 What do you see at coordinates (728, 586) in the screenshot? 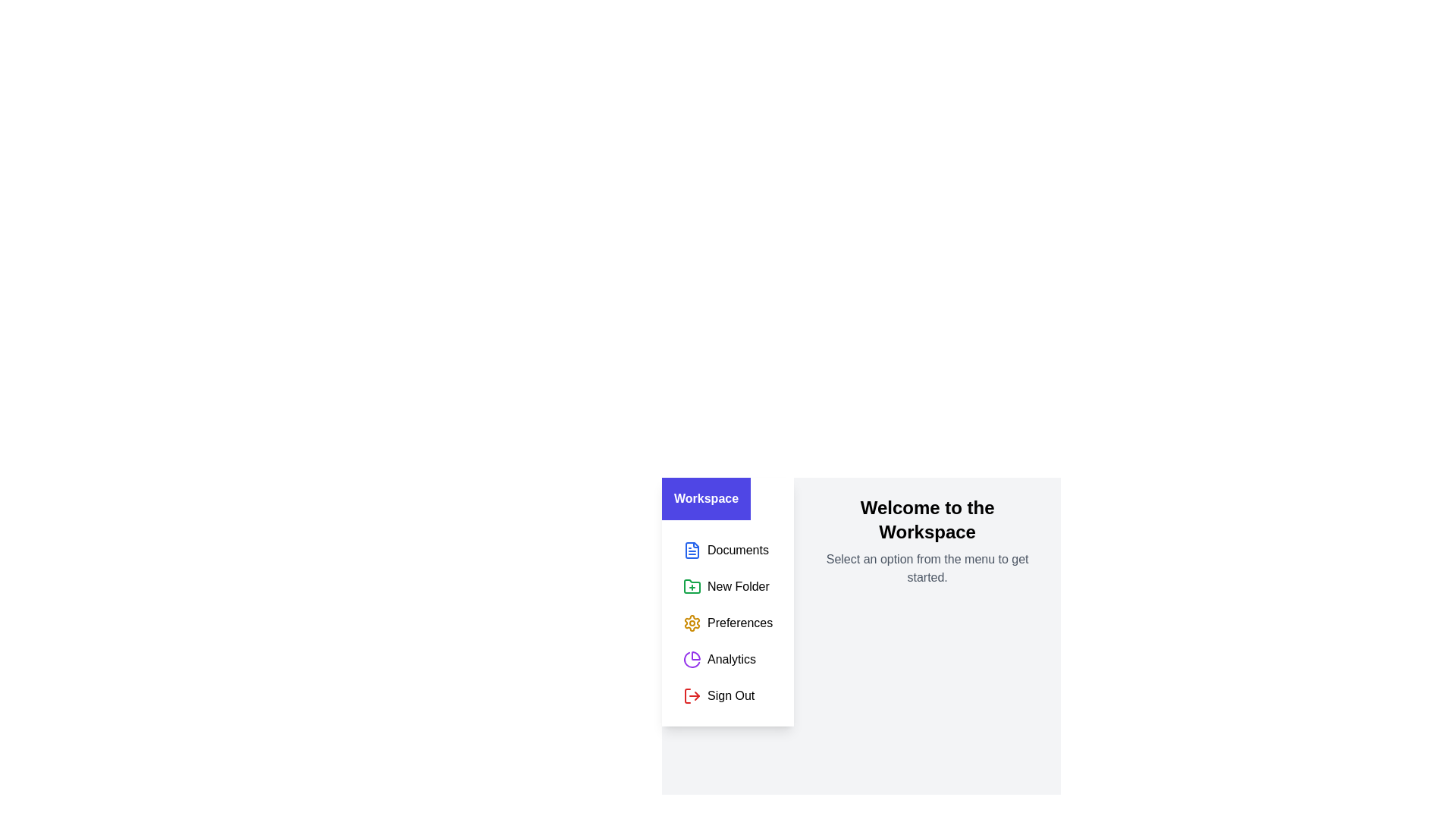
I see `the menu item New Folder to select it` at bounding box center [728, 586].